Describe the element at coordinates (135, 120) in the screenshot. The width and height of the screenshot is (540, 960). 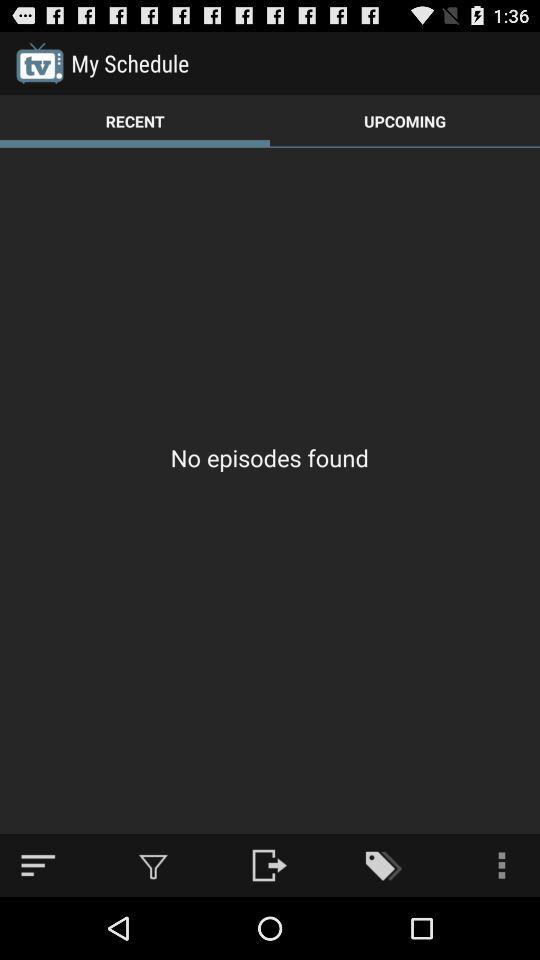
I see `the item next to upcoming` at that location.